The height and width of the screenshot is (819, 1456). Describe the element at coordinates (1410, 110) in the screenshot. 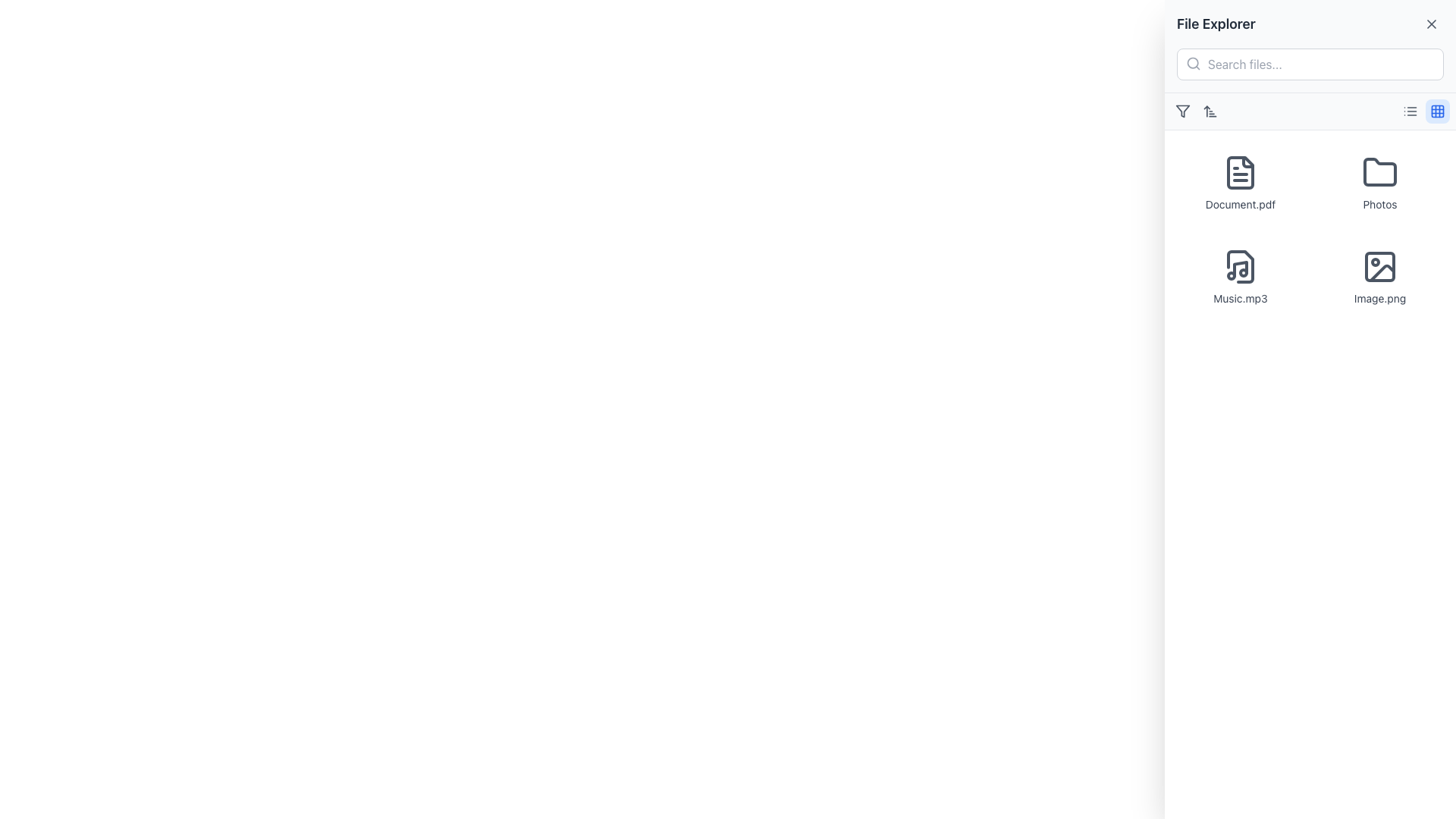

I see `the toggle button located at the right end of the horizontal navigation bar to switch the file view mode to list view` at that location.